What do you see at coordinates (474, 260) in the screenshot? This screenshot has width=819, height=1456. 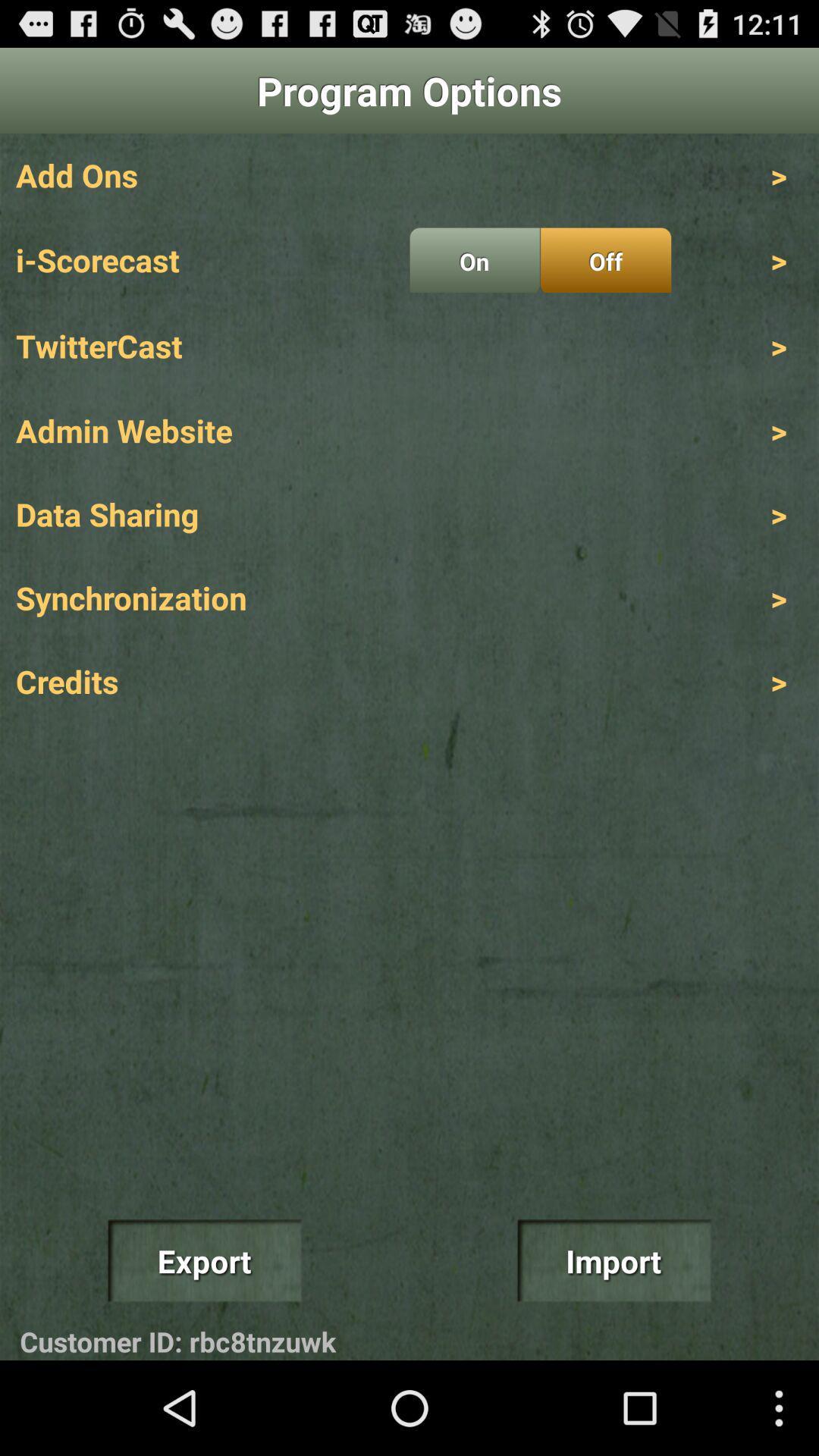 I see `the item below the add ons item` at bounding box center [474, 260].